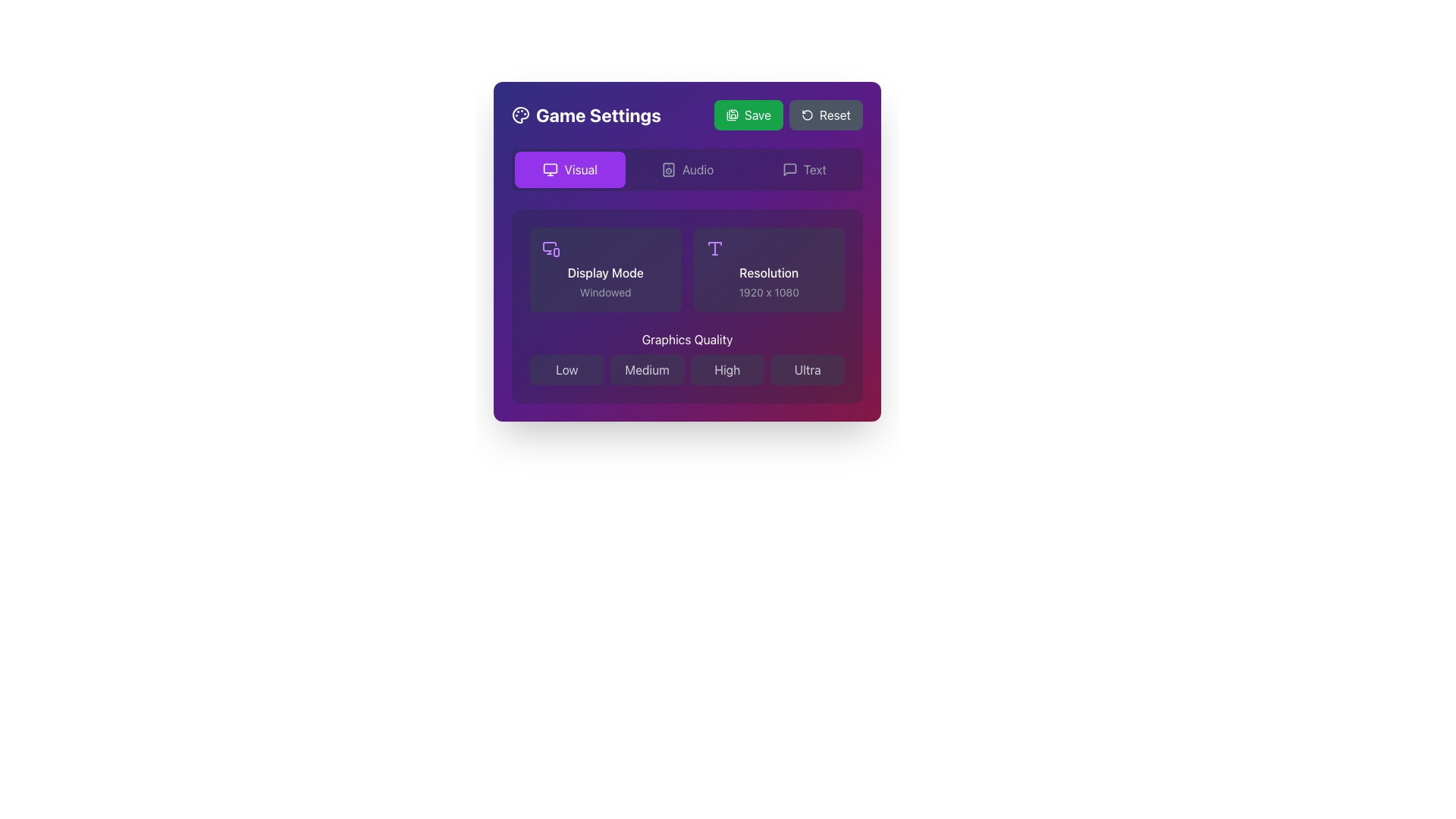 The height and width of the screenshot is (819, 1456). Describe the element at coordinates (726, 370) in the screenshot. I see `the 'High' button in the 'Game Settings' interface` at that location.